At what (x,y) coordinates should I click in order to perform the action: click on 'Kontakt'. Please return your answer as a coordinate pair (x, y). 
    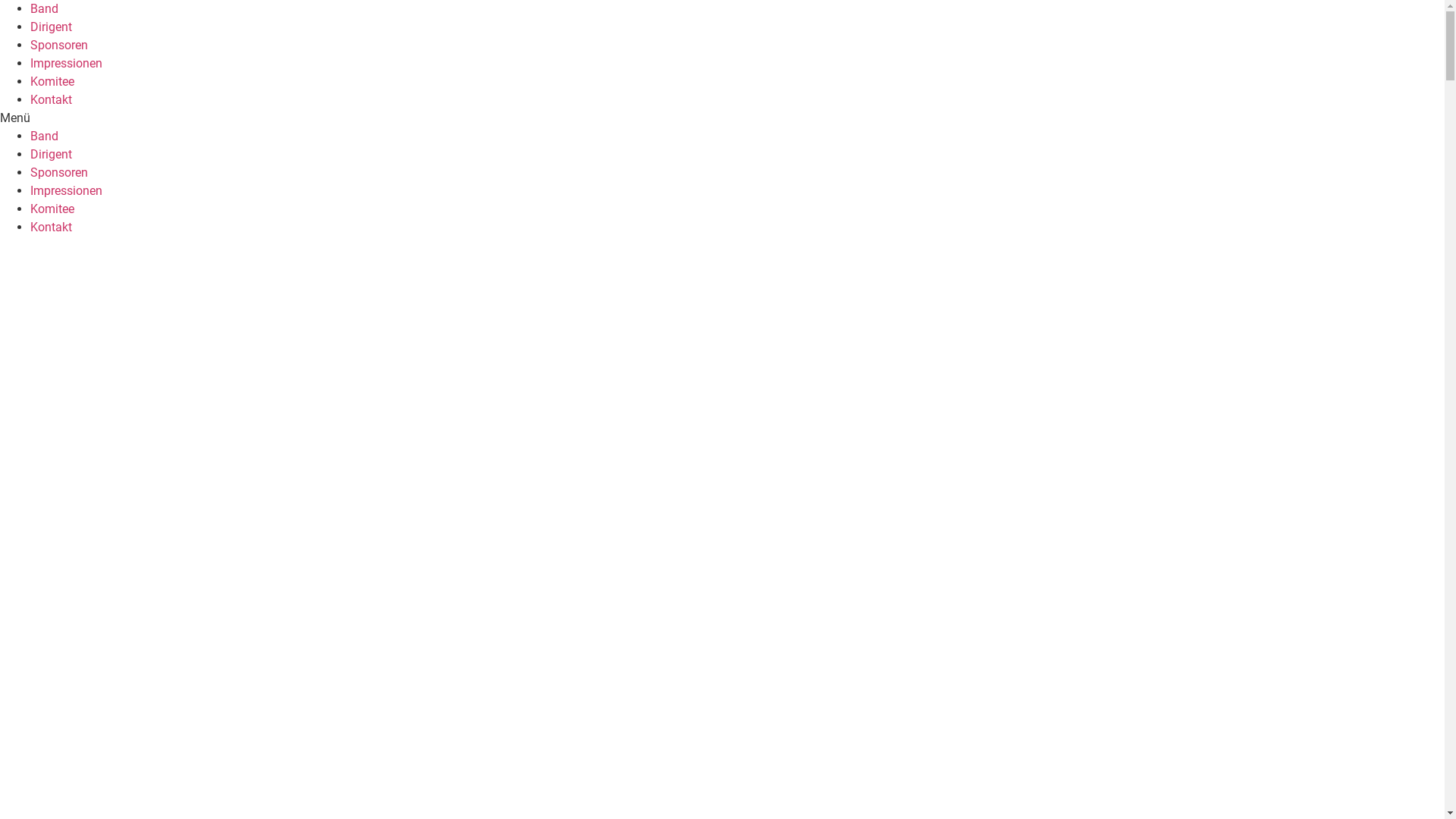
    Looking at the image, I should click on (51, 227).